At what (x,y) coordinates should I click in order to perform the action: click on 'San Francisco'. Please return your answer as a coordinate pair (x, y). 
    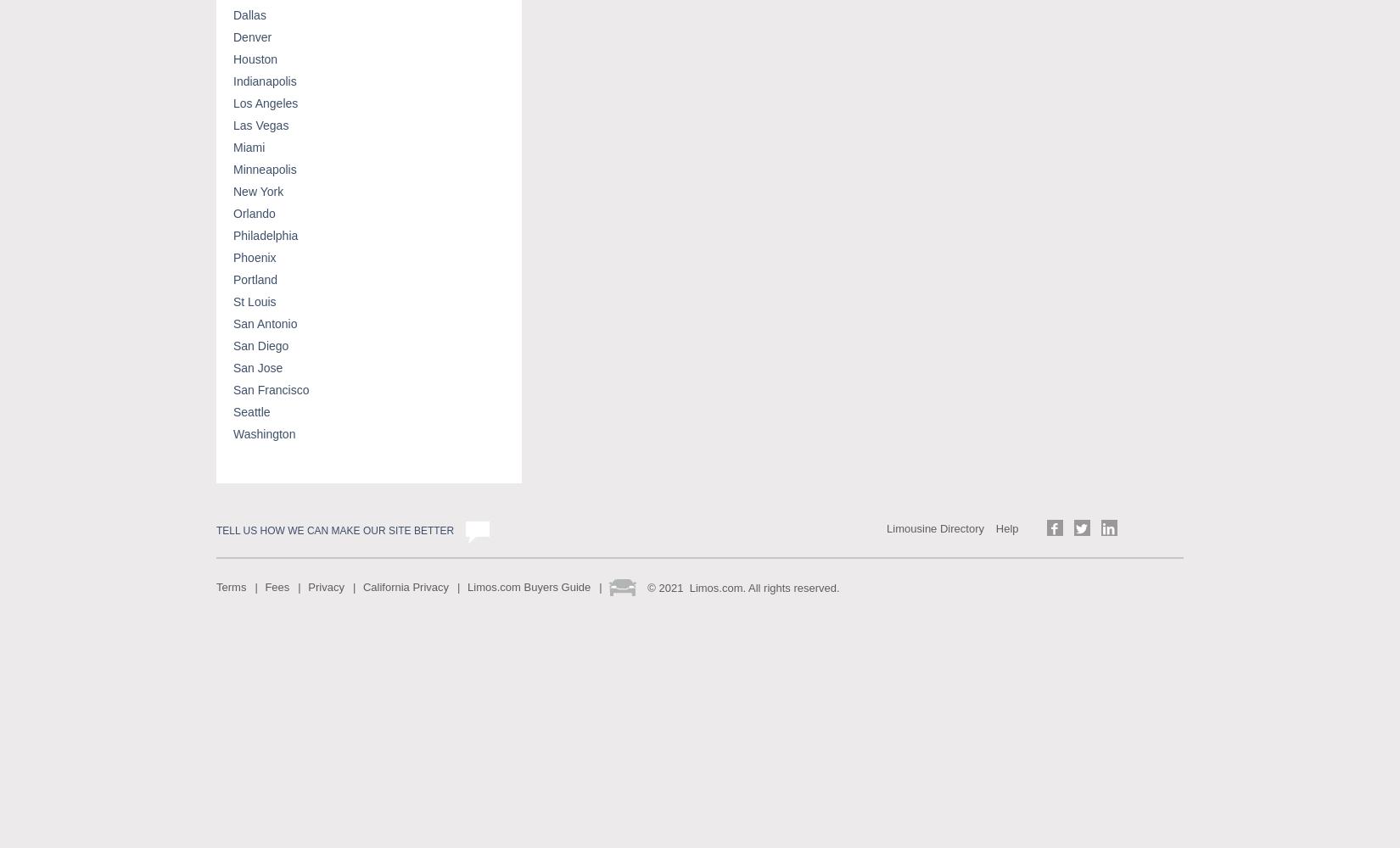
    Looking at the image, I should click on (271, 388).